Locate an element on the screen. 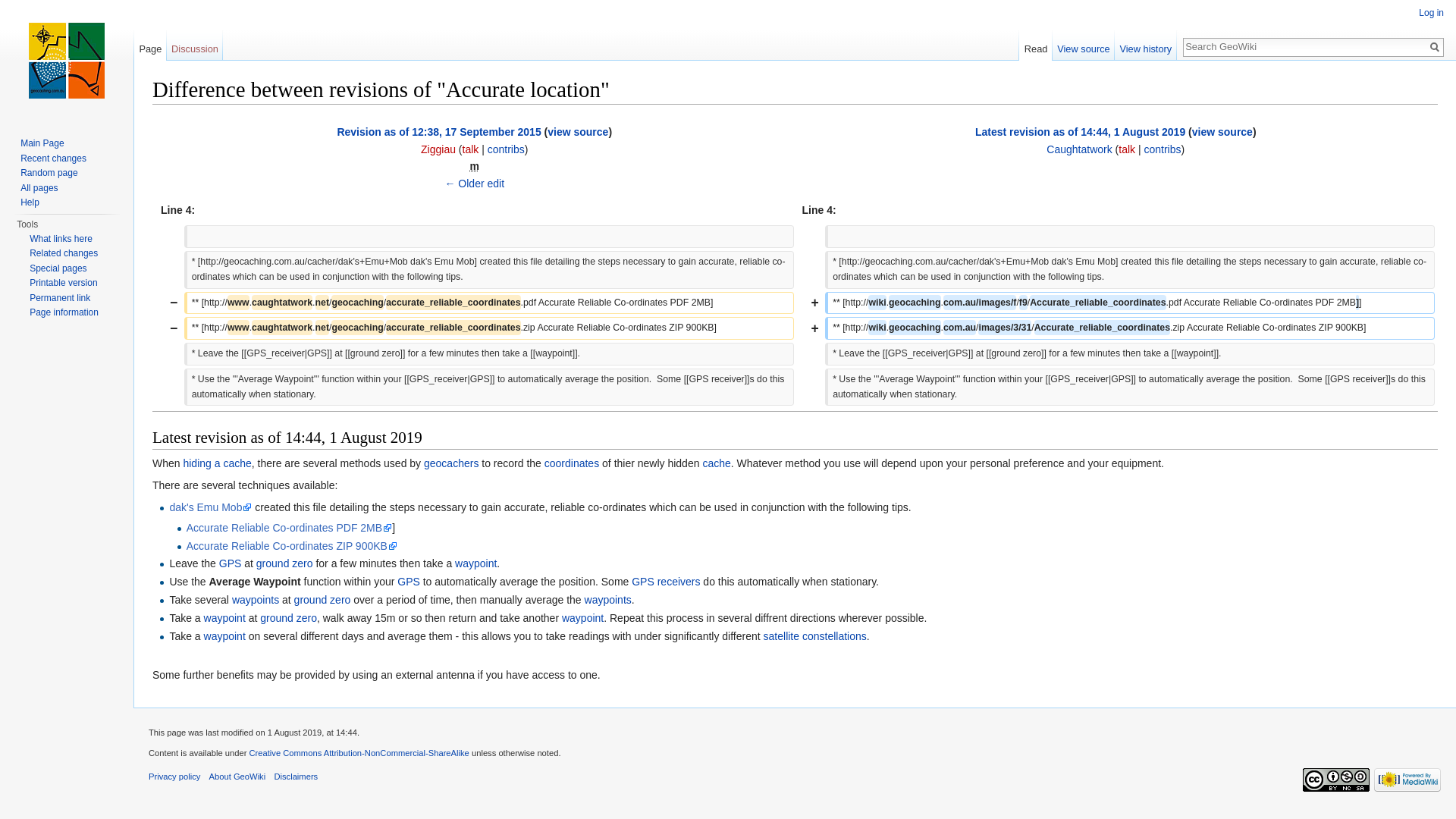 The image size is (1456, 819). 'Recent changes' is located at coordinates (53, 158).